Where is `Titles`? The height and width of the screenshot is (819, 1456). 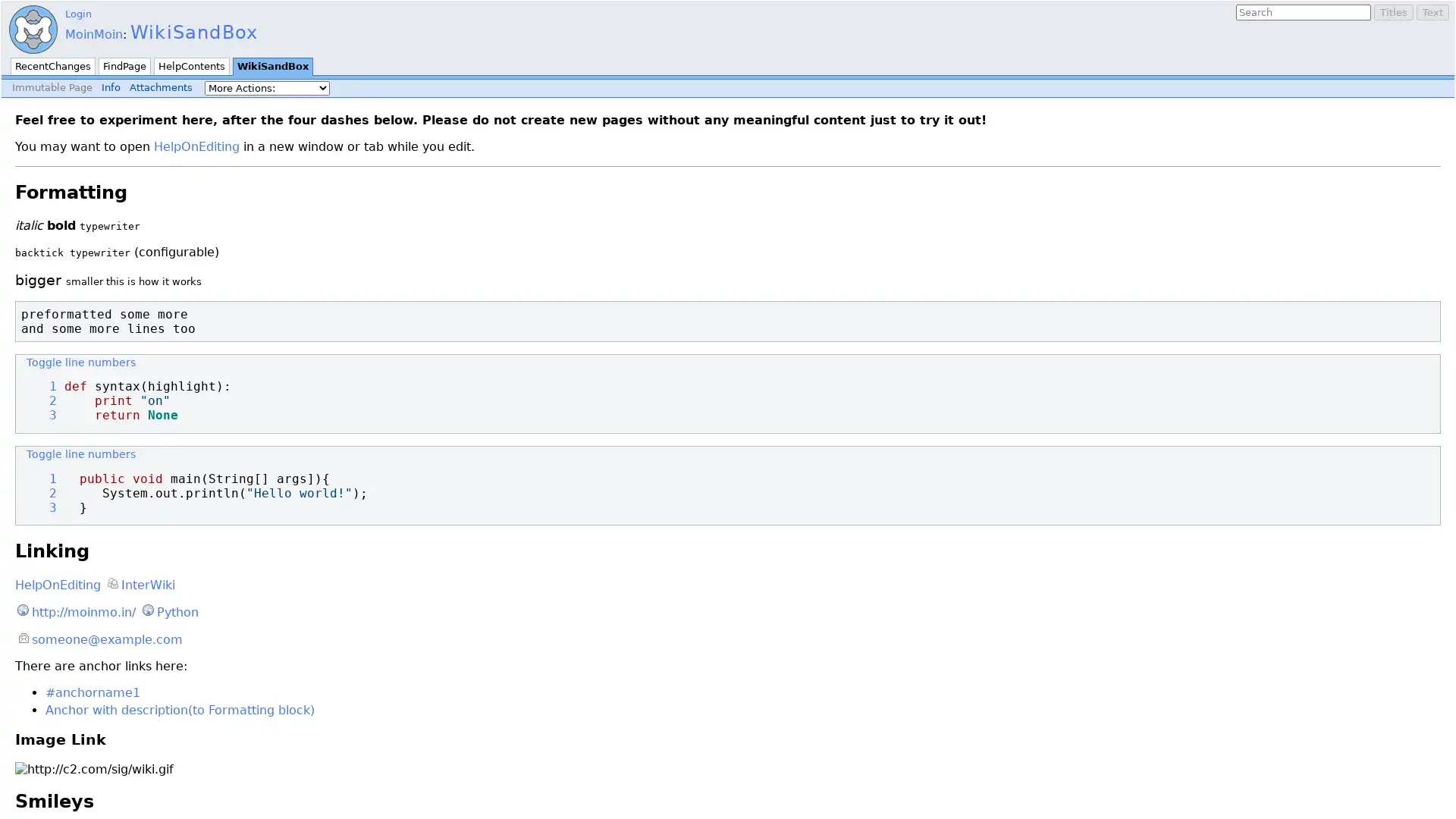 Titles is located at coordinates (1394, 12).